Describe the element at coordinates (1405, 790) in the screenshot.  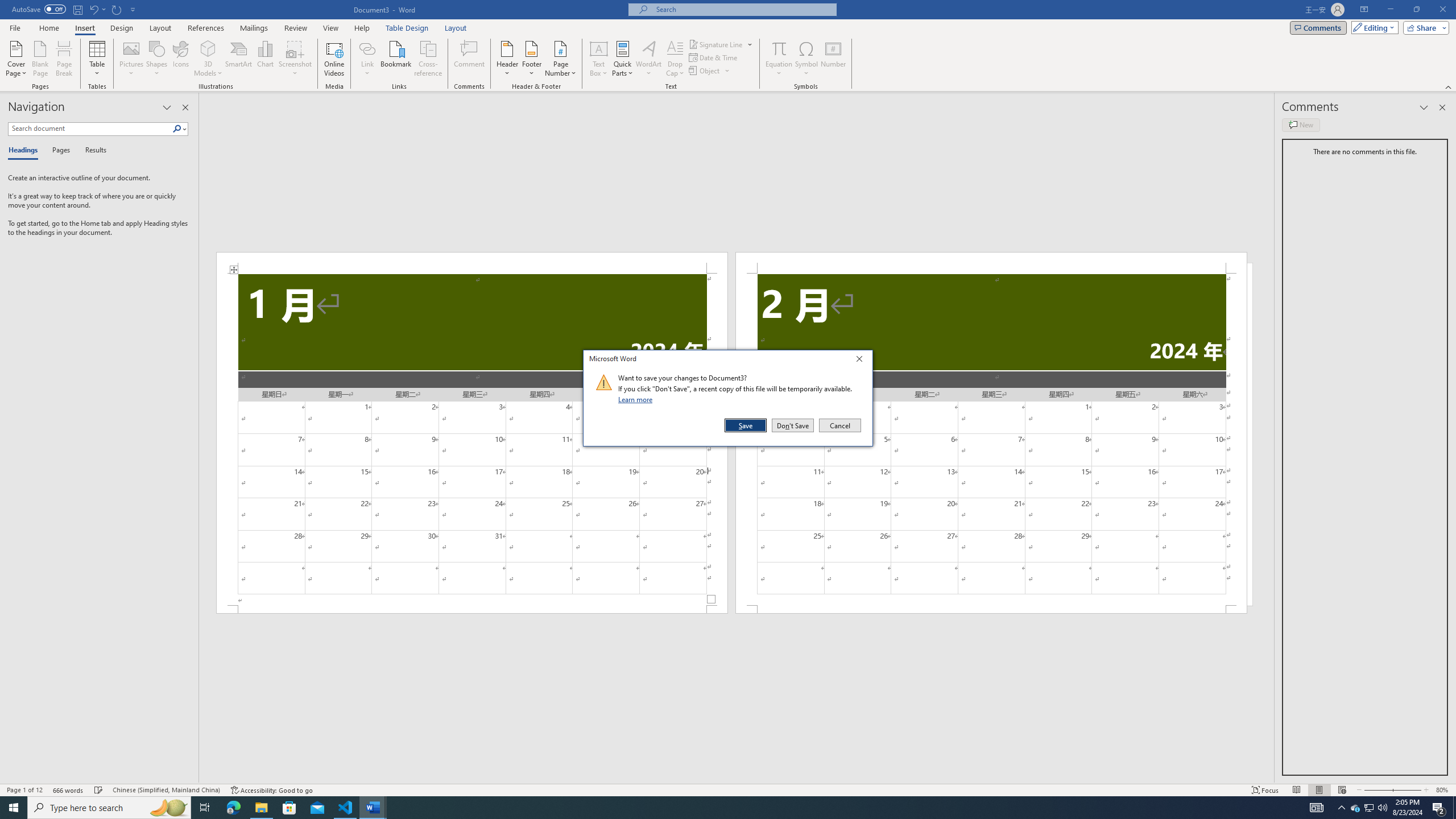
I see `'Zoom In'` at that location.